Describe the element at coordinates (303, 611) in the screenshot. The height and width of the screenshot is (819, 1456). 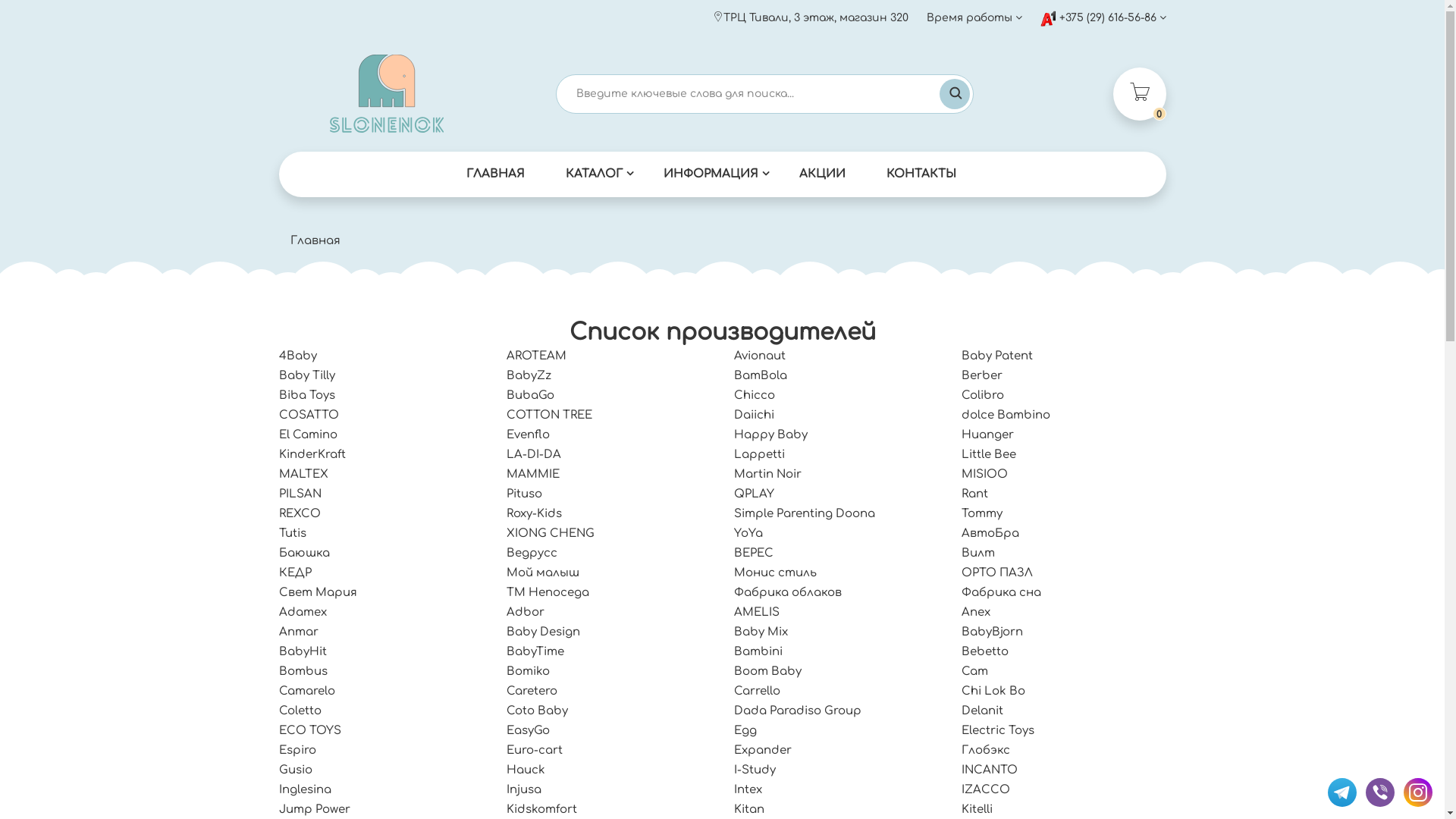
I see `'Adamex'` at that location.